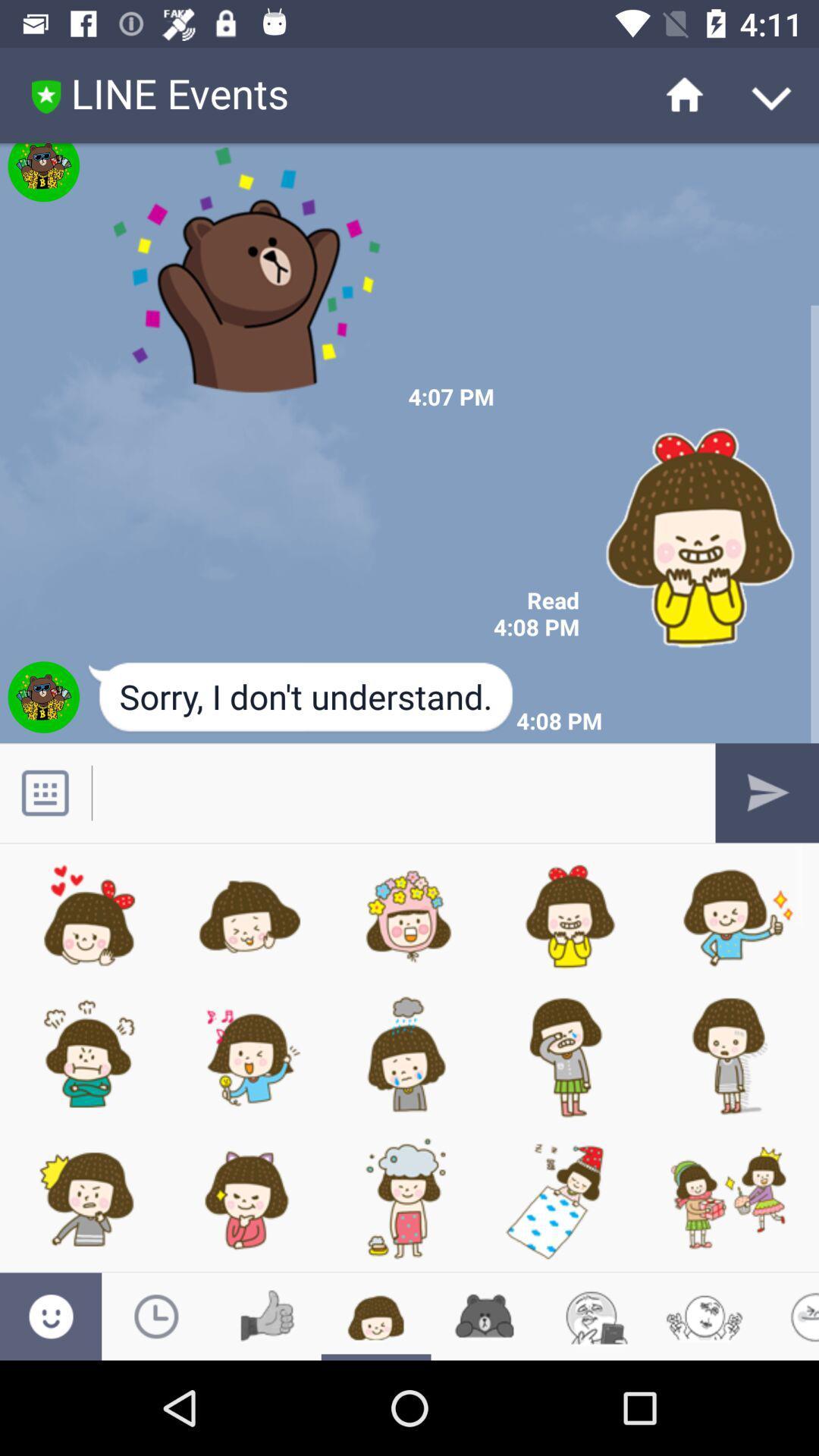  Describe the element at coordinates (302, 698) in the screenshot. I see `sorry i don` at that location.